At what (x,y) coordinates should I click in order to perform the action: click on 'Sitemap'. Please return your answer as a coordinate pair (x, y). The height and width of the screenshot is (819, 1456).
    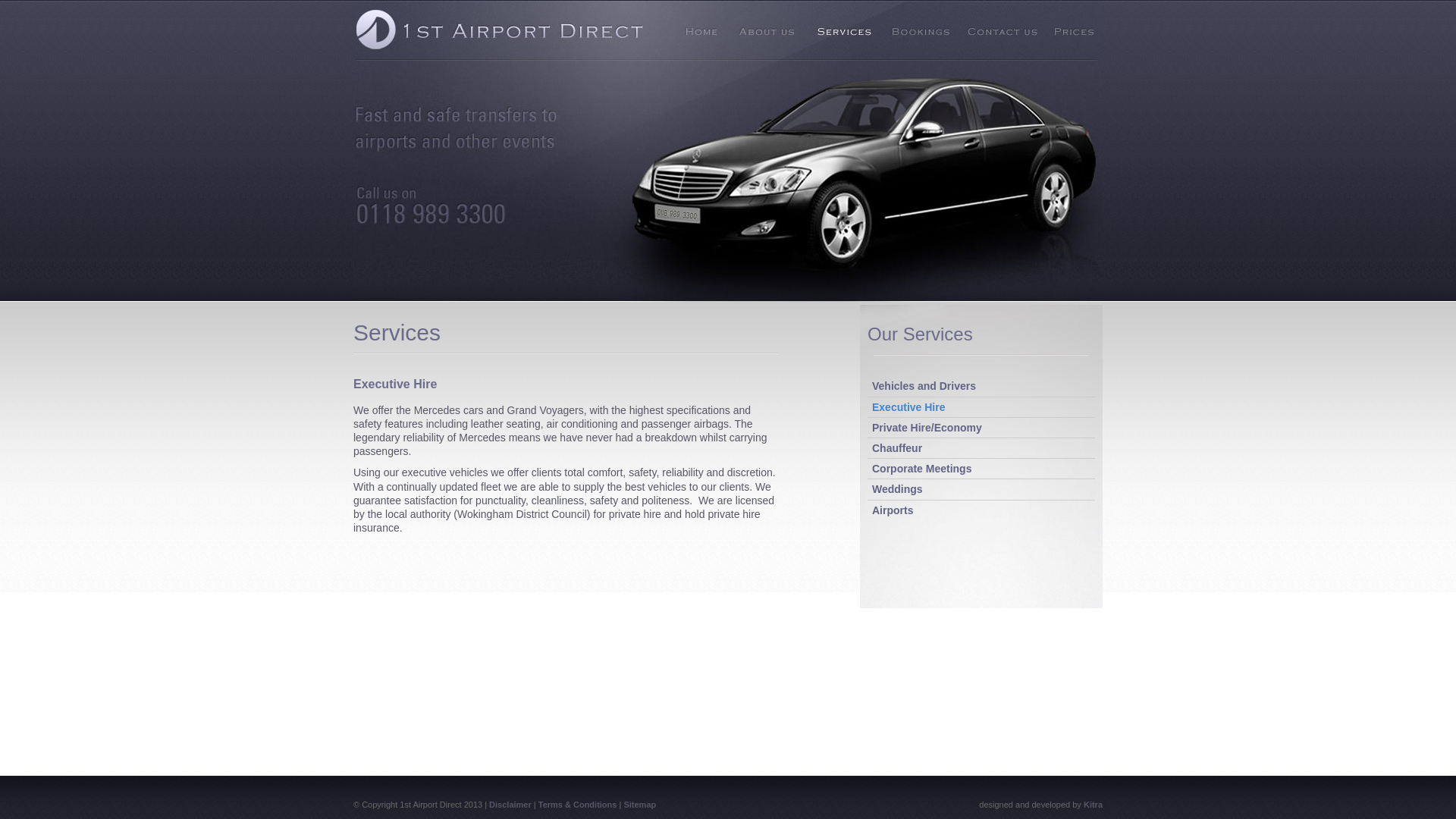
    Looking at the image, I should click on (623, 803).